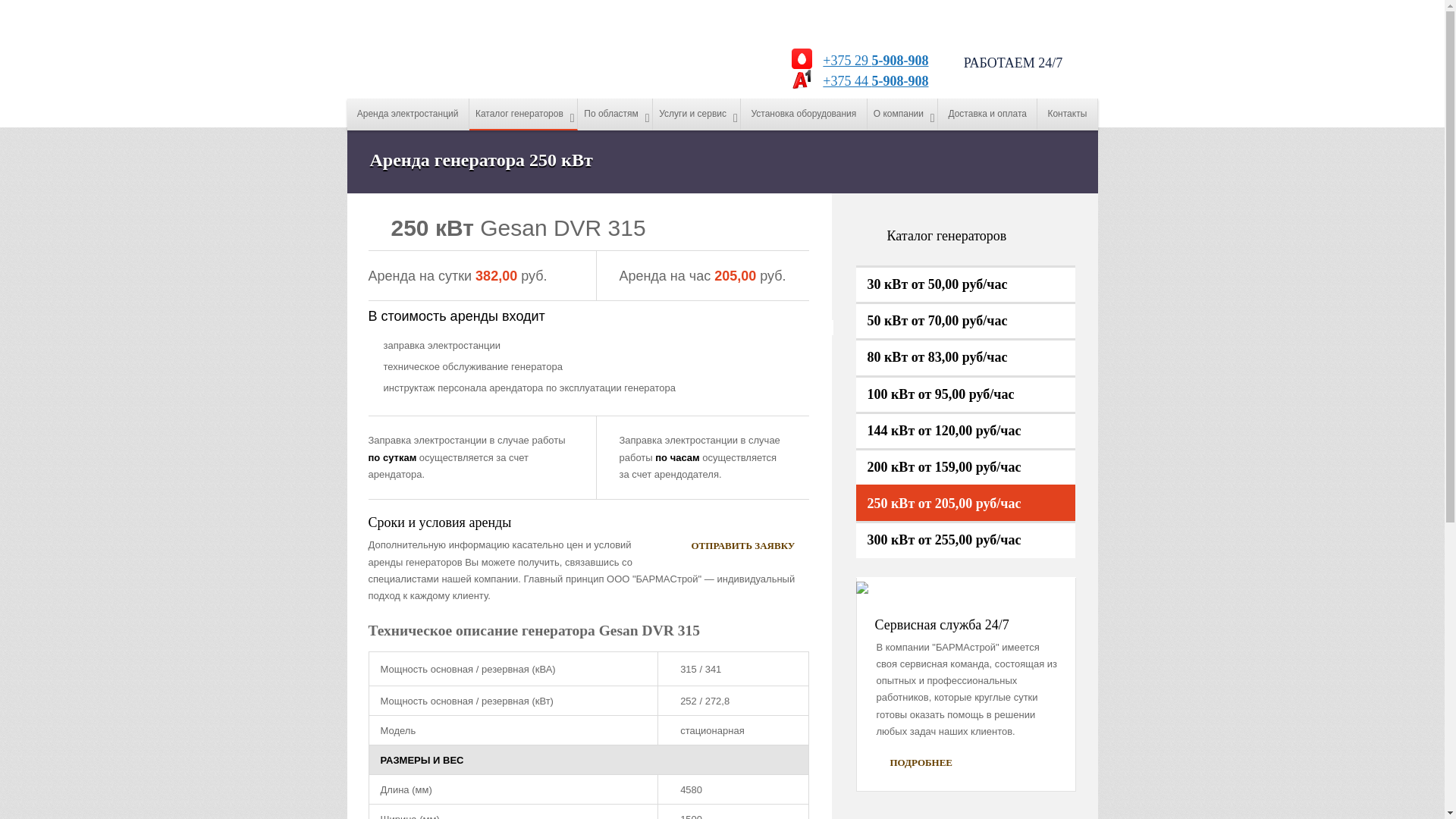 The width and height of the screenshot is (1456, 819). Describe the element at coordinates (871, 81) in the screenshot. I see `'+375 44 5-908-908'` at that location.